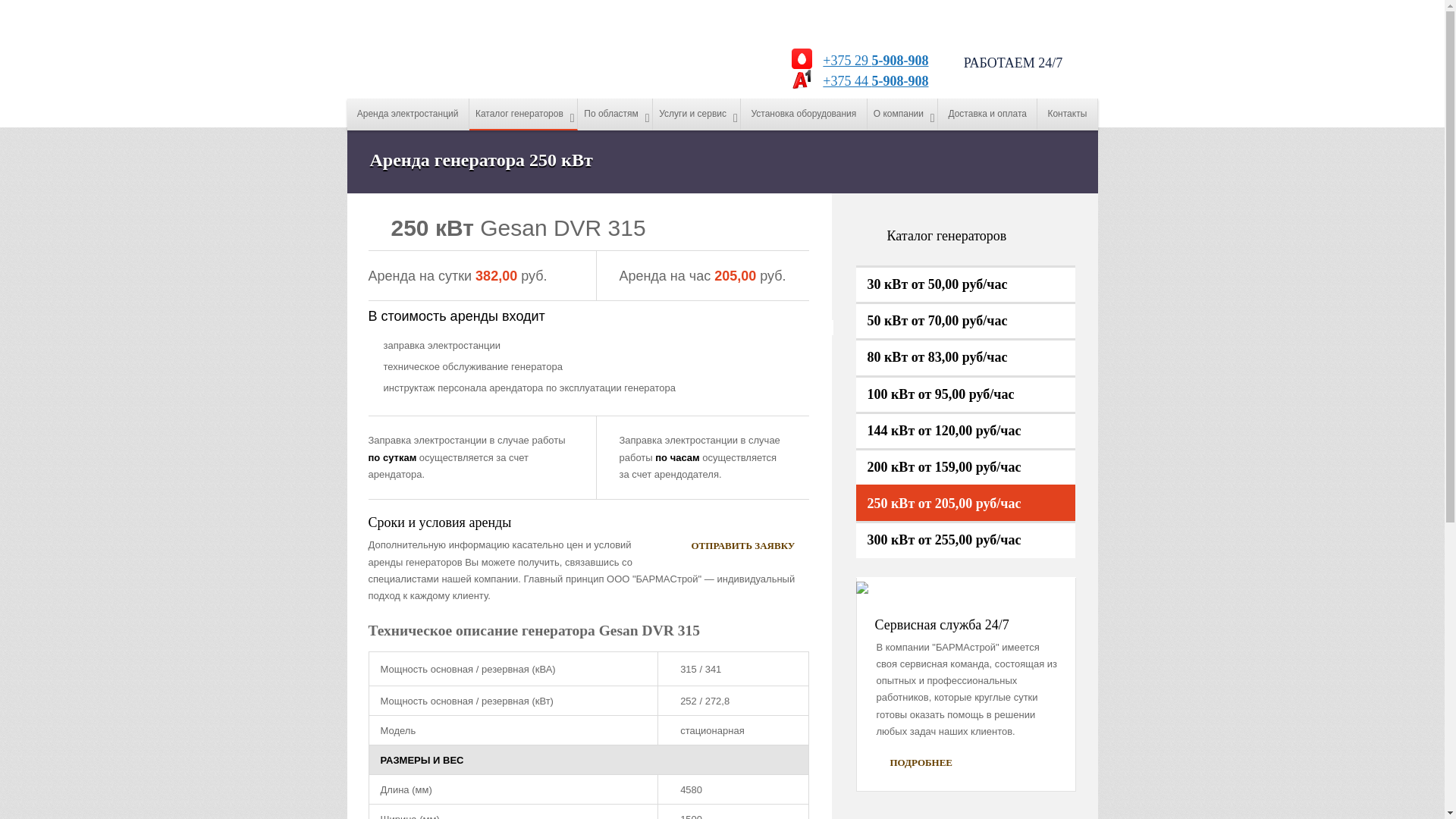 The width and height of the screenshot is (1456, 819). Describe the element at coordinates (871, 81) in the screenshot. I see `'+375 44 5-908-908'` at that location.